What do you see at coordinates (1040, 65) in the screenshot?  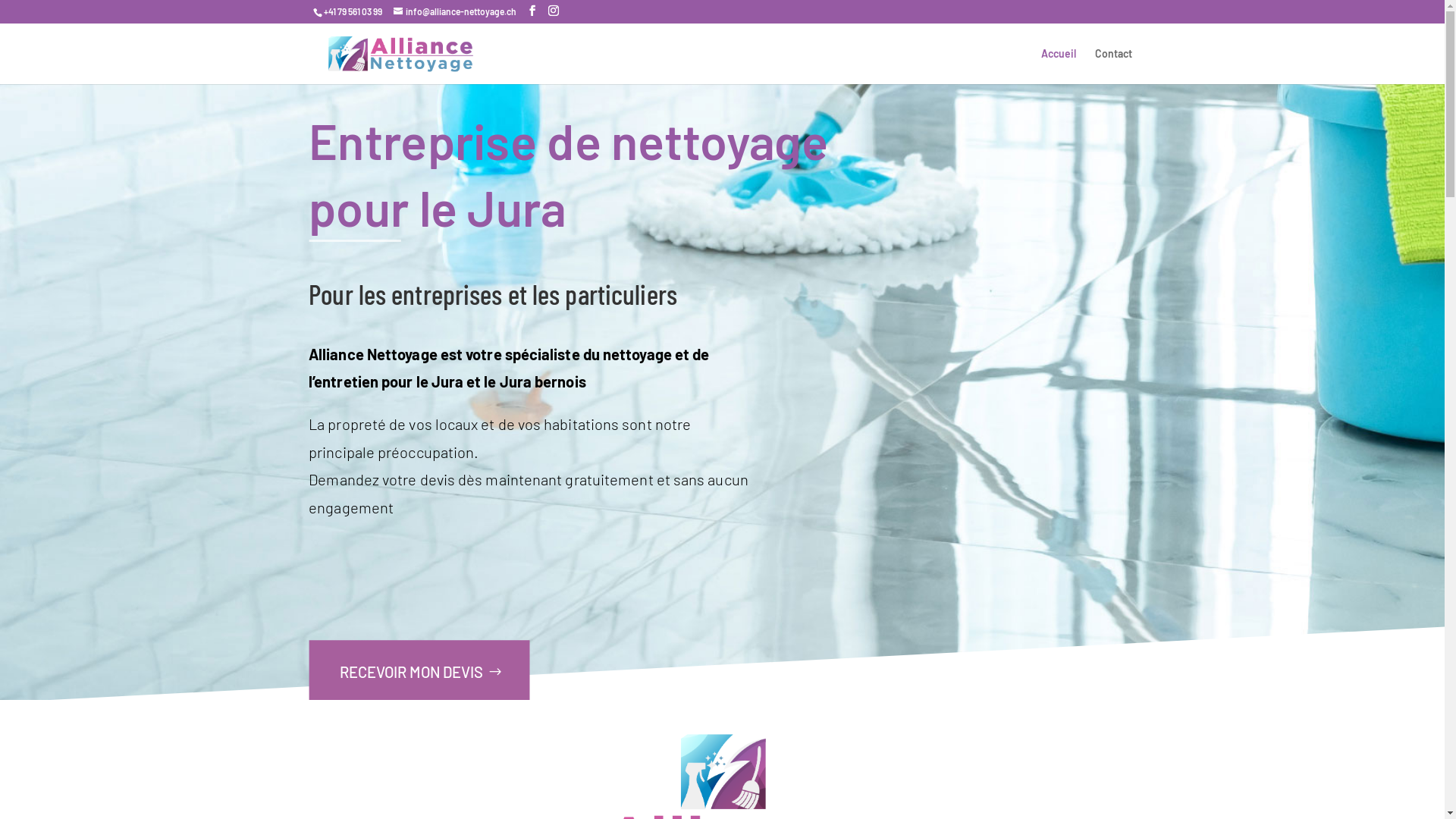 I see `'Accueil'` at bounding box center [1040, 65].